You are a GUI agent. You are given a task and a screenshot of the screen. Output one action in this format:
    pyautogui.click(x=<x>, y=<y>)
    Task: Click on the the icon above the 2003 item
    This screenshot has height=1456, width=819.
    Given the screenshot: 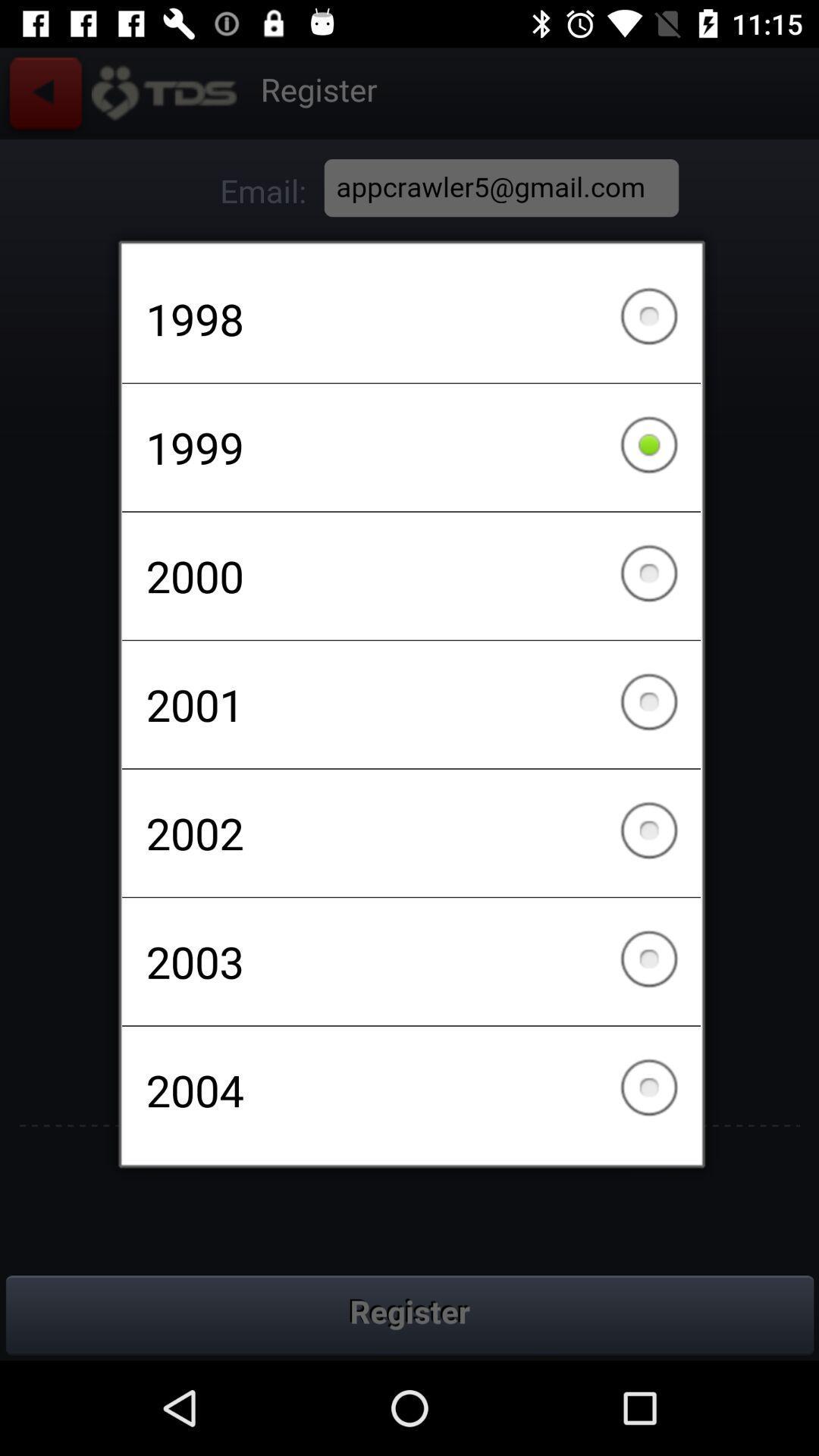 What is the action you would take?
    pyautogui.click(x=411, y=832)
    